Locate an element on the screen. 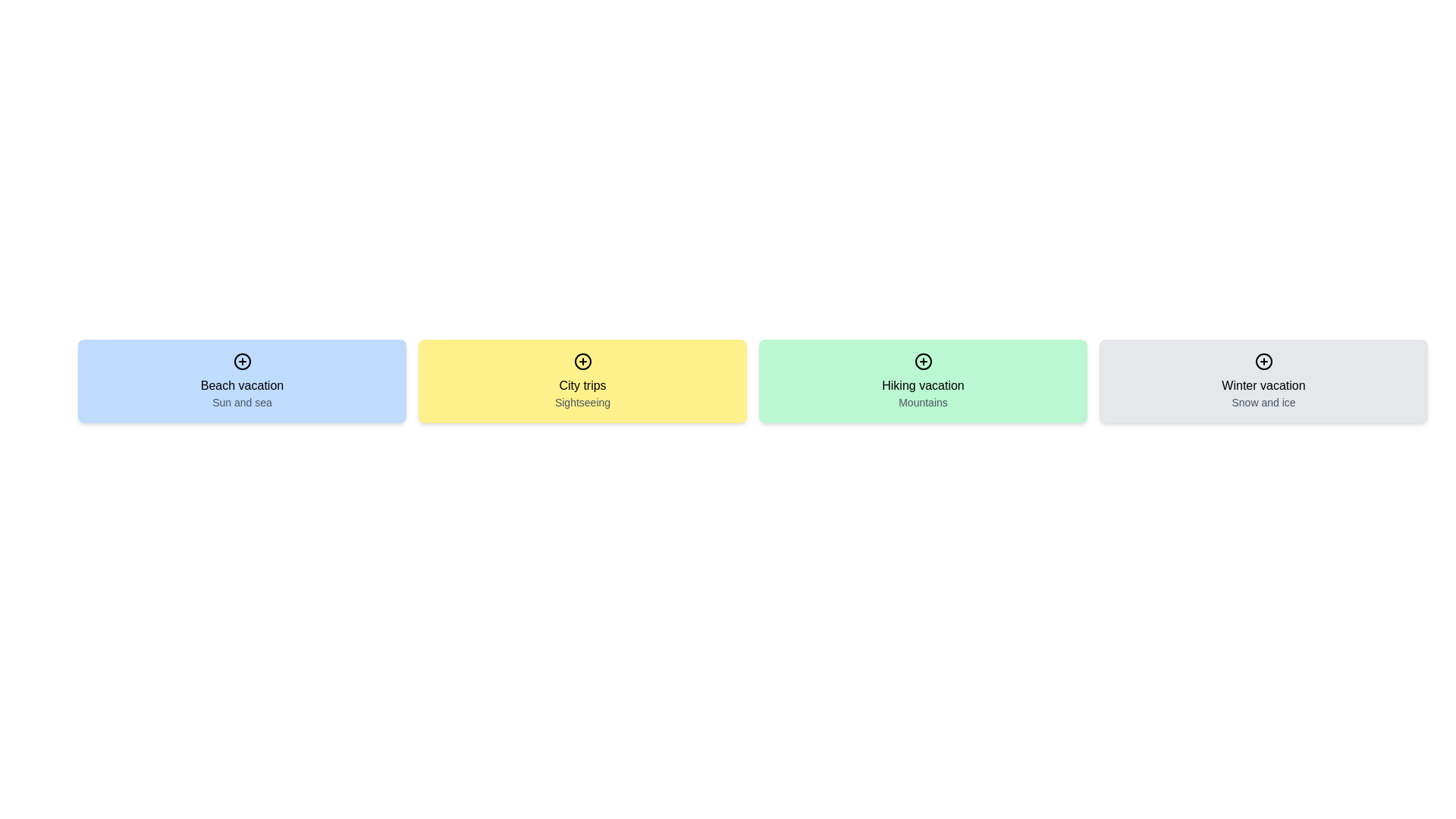 The height and width of the screenshot is (819, 1456). the text label displaying 'Winter vacation' to interact with it is located at coordinates (1263, 385).